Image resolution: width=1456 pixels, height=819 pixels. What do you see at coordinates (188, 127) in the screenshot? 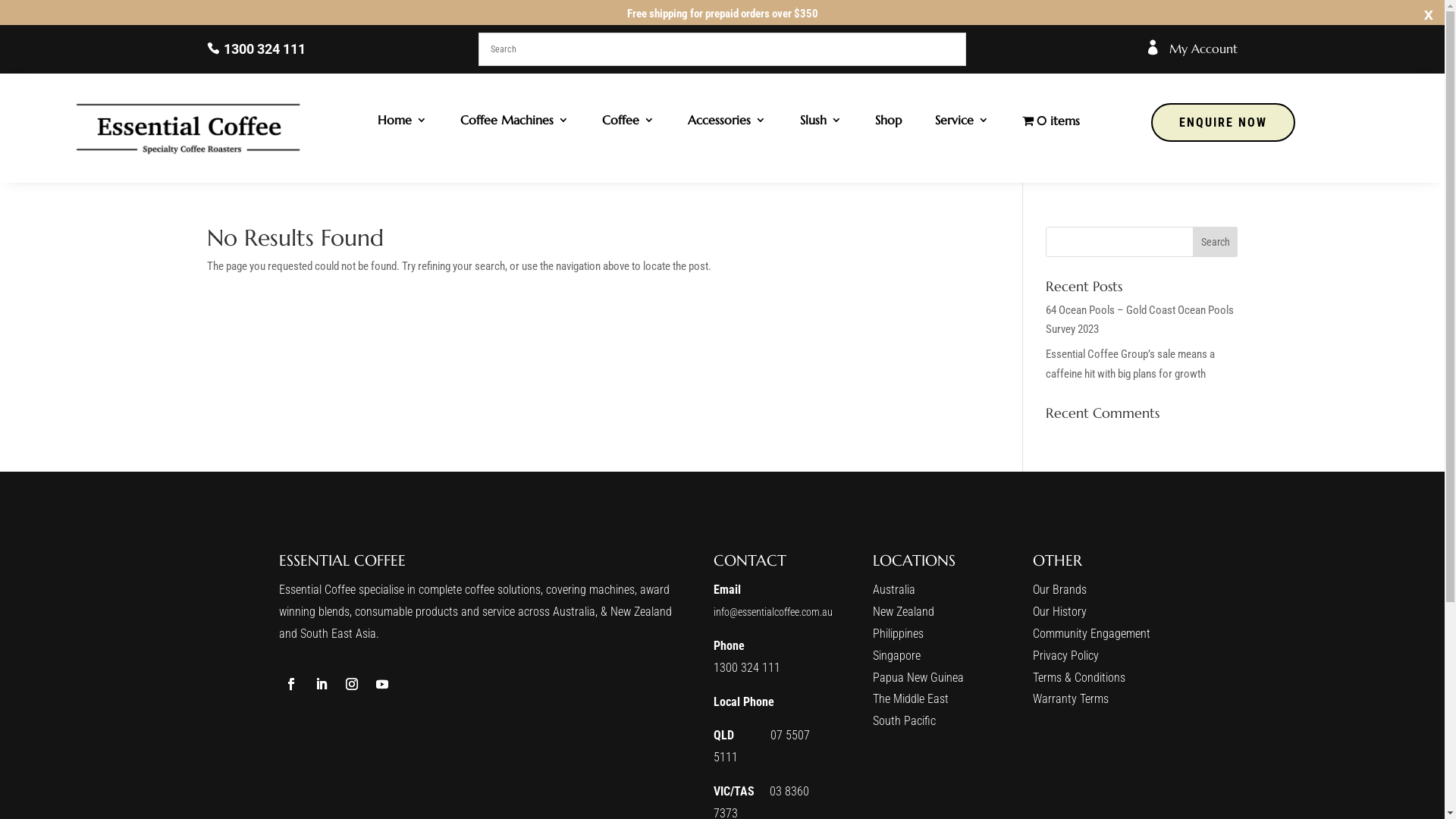
I see `'Website Logo'` at bounding box center [188, 127].